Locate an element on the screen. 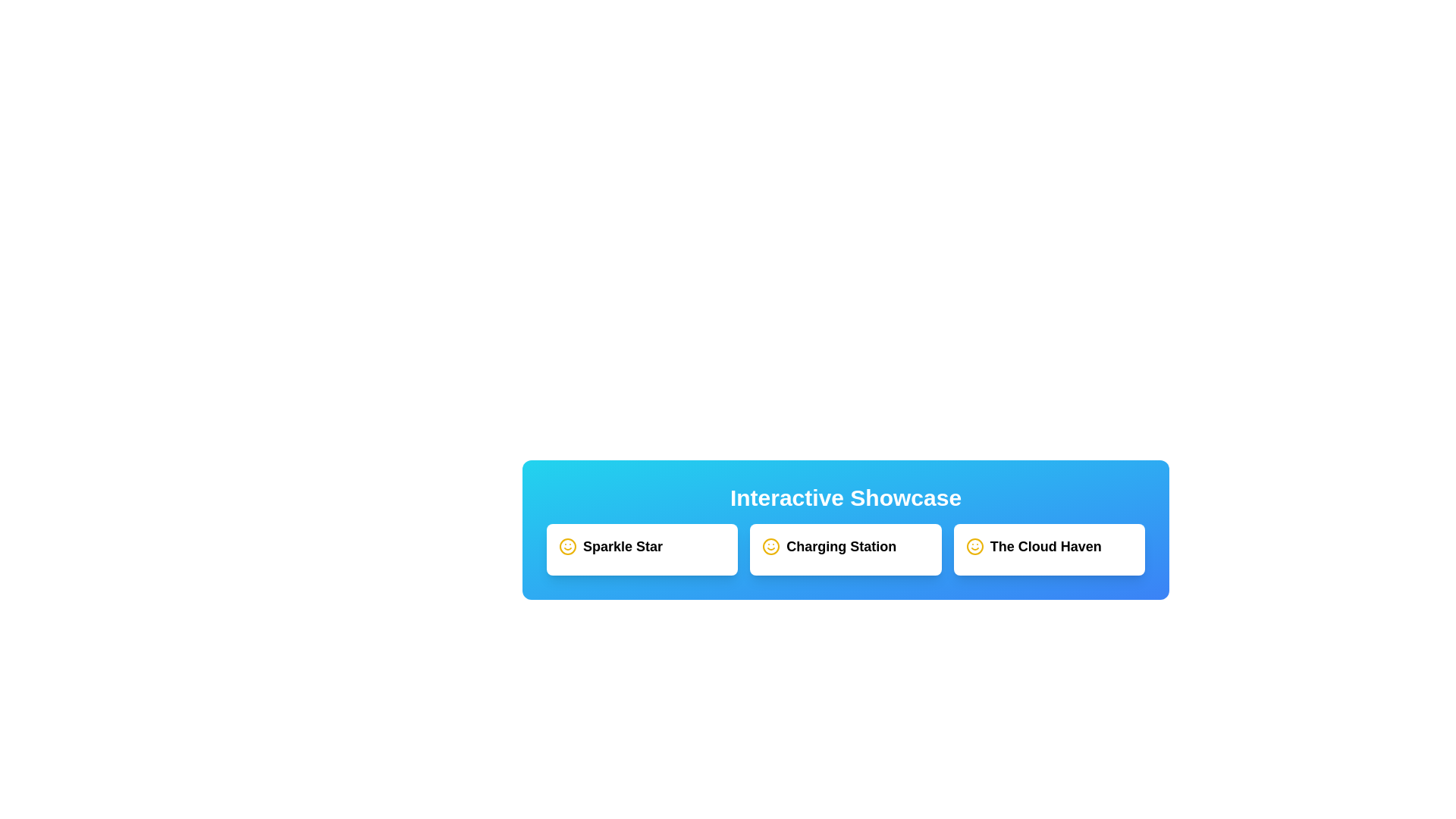 This screenshot has width=1456, height=819. the 'Charging Station' label and icon element, which is the middle card in a horizontally arranged group of cards labeled 'Sparkle Star', 'Charging Station', and 'The Cloud Haven' is located at coordinates (845, 547).